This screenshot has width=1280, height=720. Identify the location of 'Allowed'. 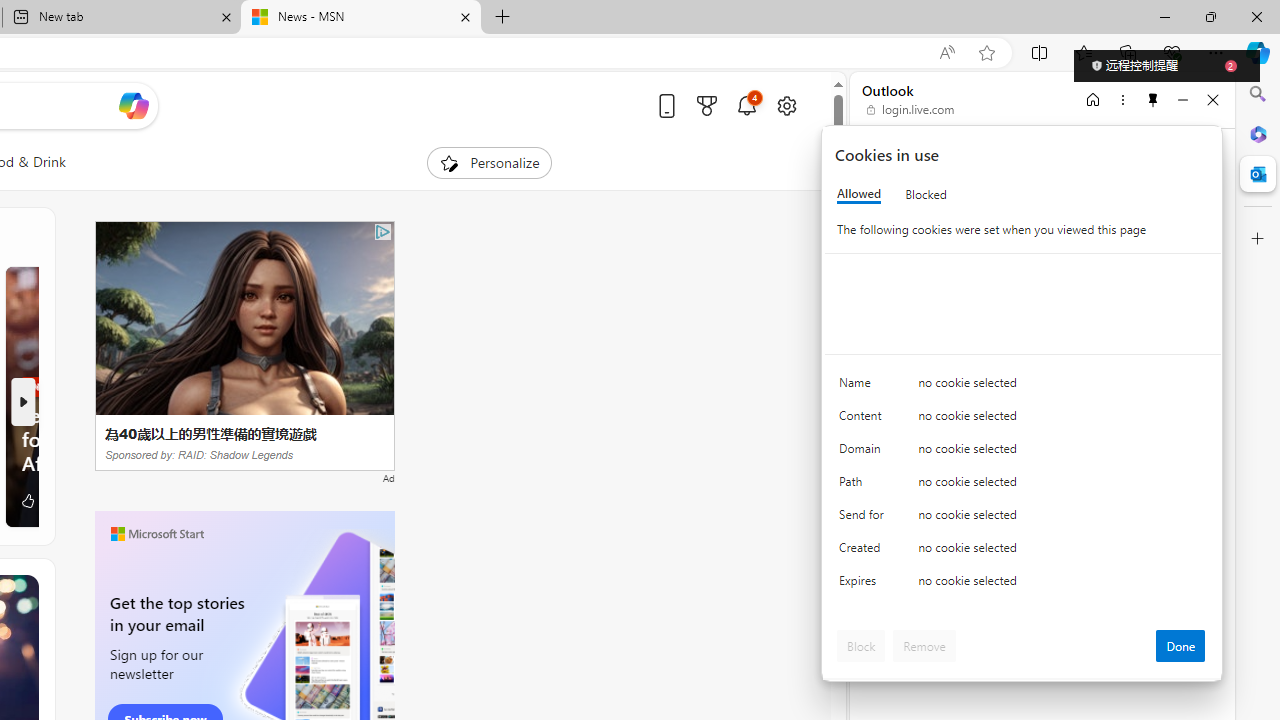
(859, 194).